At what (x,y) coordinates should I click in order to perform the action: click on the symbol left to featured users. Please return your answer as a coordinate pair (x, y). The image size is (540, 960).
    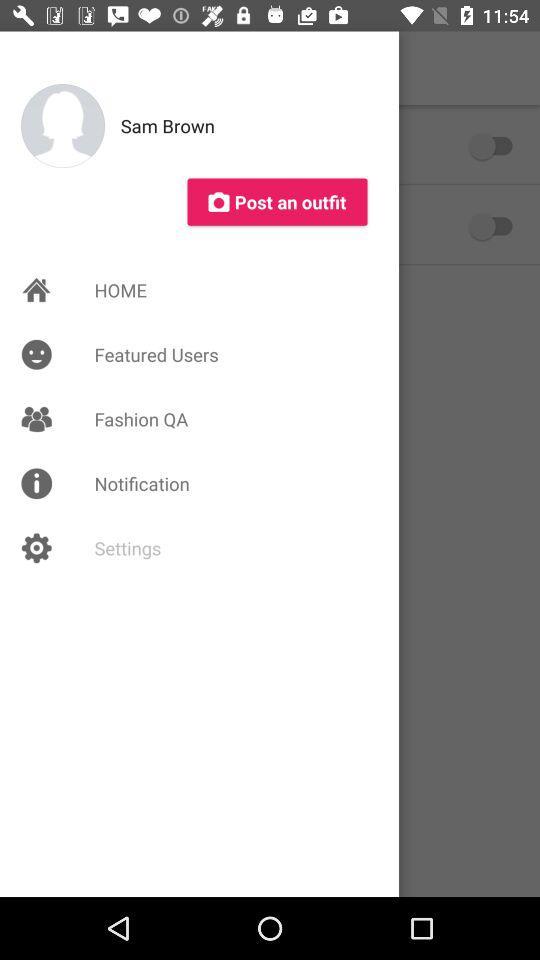
    Looking at the image, I should click on (36, 355).